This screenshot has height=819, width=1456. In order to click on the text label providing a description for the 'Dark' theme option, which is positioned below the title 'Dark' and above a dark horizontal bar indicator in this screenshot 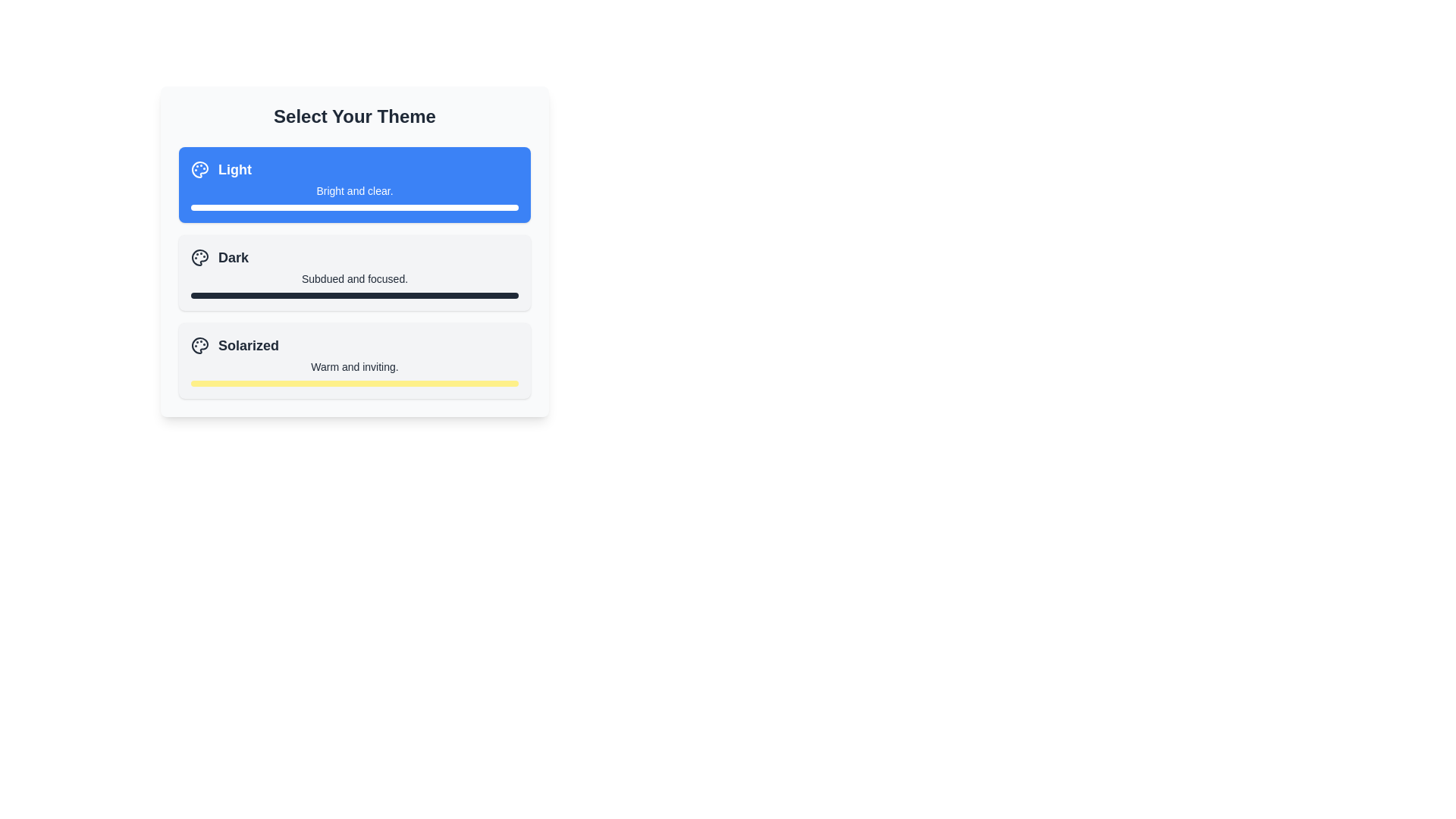, I will do `click(353, 278)`.